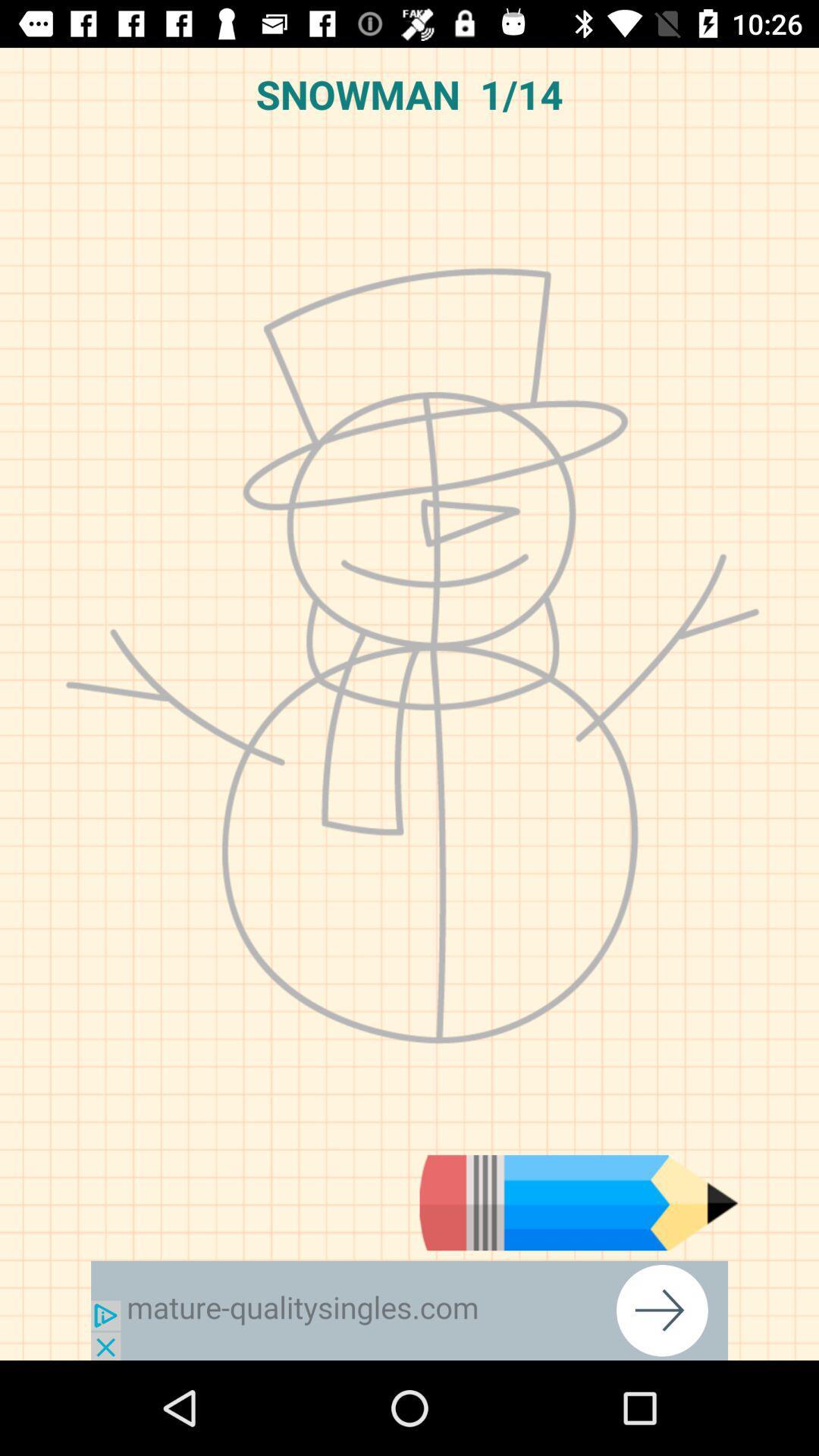  Describe the element at coordinates (579, 1202) in the screenshot. I see `draw with the pencil` at that location.